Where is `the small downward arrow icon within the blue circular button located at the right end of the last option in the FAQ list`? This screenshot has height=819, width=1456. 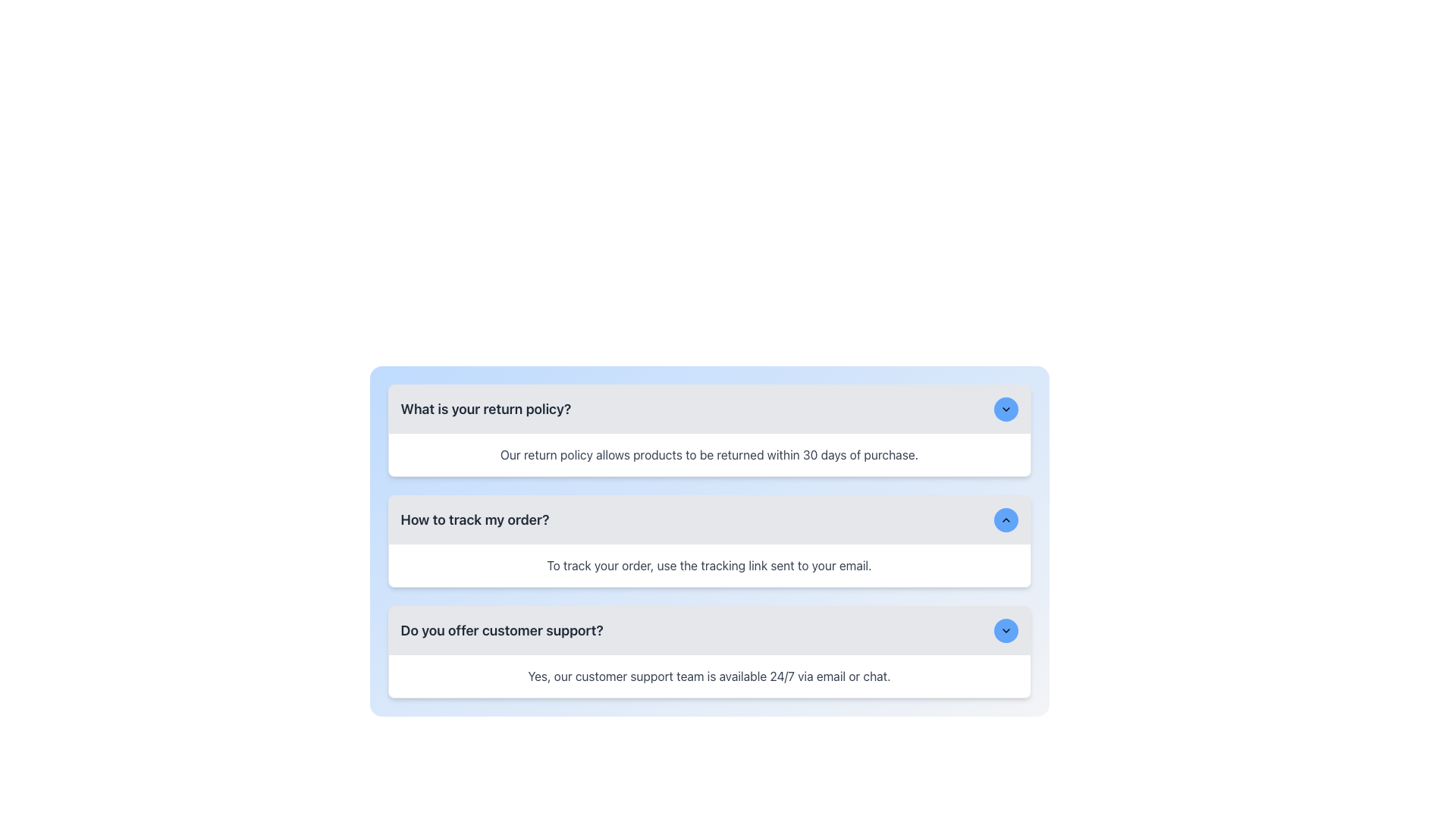
the small downward arrow icon within the blue circular button located at the right end of the last option in the FAQ list is located at coordinates (1006, 631).